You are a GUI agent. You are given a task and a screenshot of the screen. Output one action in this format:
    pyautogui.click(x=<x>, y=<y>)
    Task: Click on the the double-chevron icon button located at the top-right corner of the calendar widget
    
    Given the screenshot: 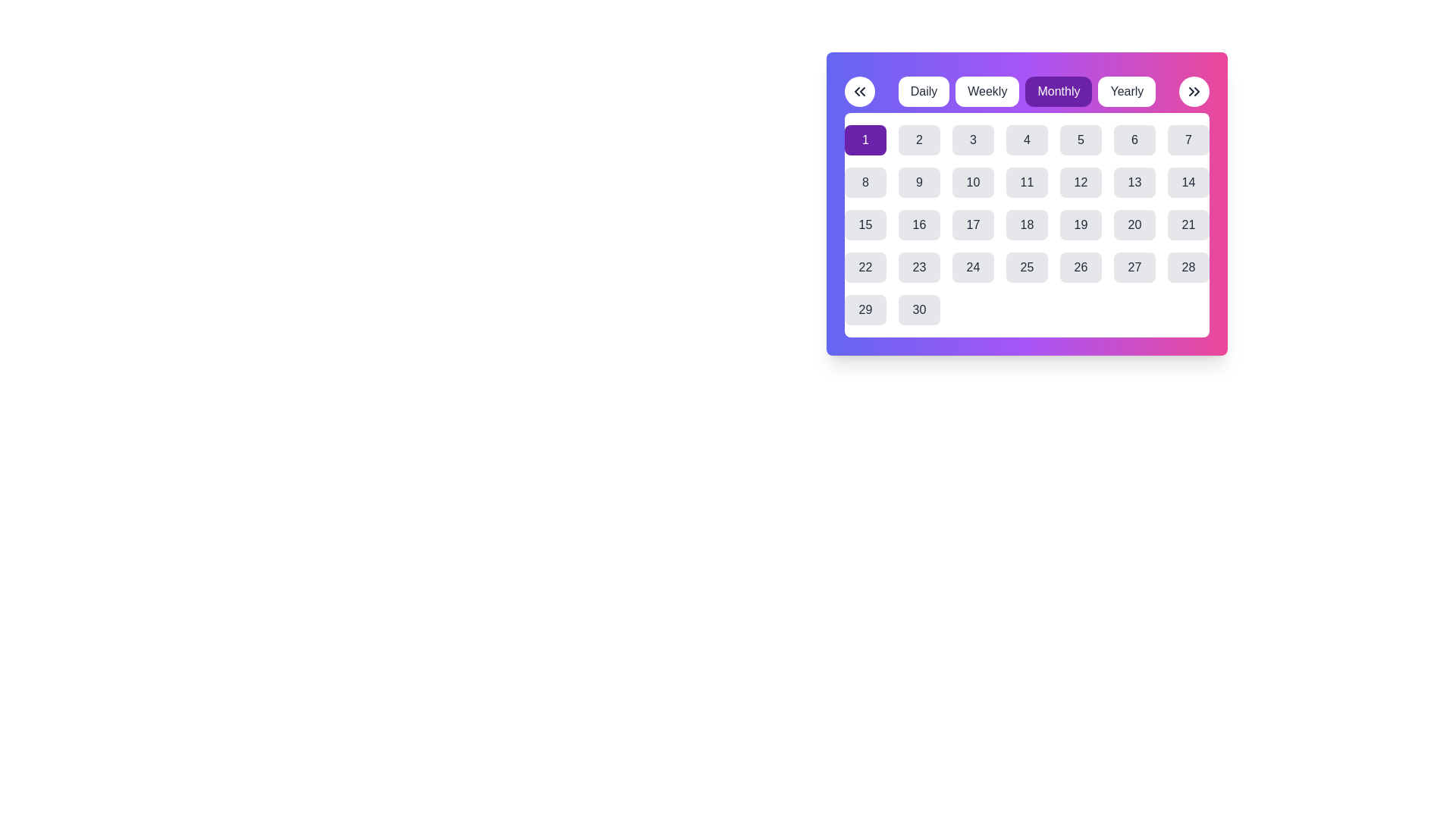 What is the action you would take?
    pyautogui.click(x=1193, y=91)
    